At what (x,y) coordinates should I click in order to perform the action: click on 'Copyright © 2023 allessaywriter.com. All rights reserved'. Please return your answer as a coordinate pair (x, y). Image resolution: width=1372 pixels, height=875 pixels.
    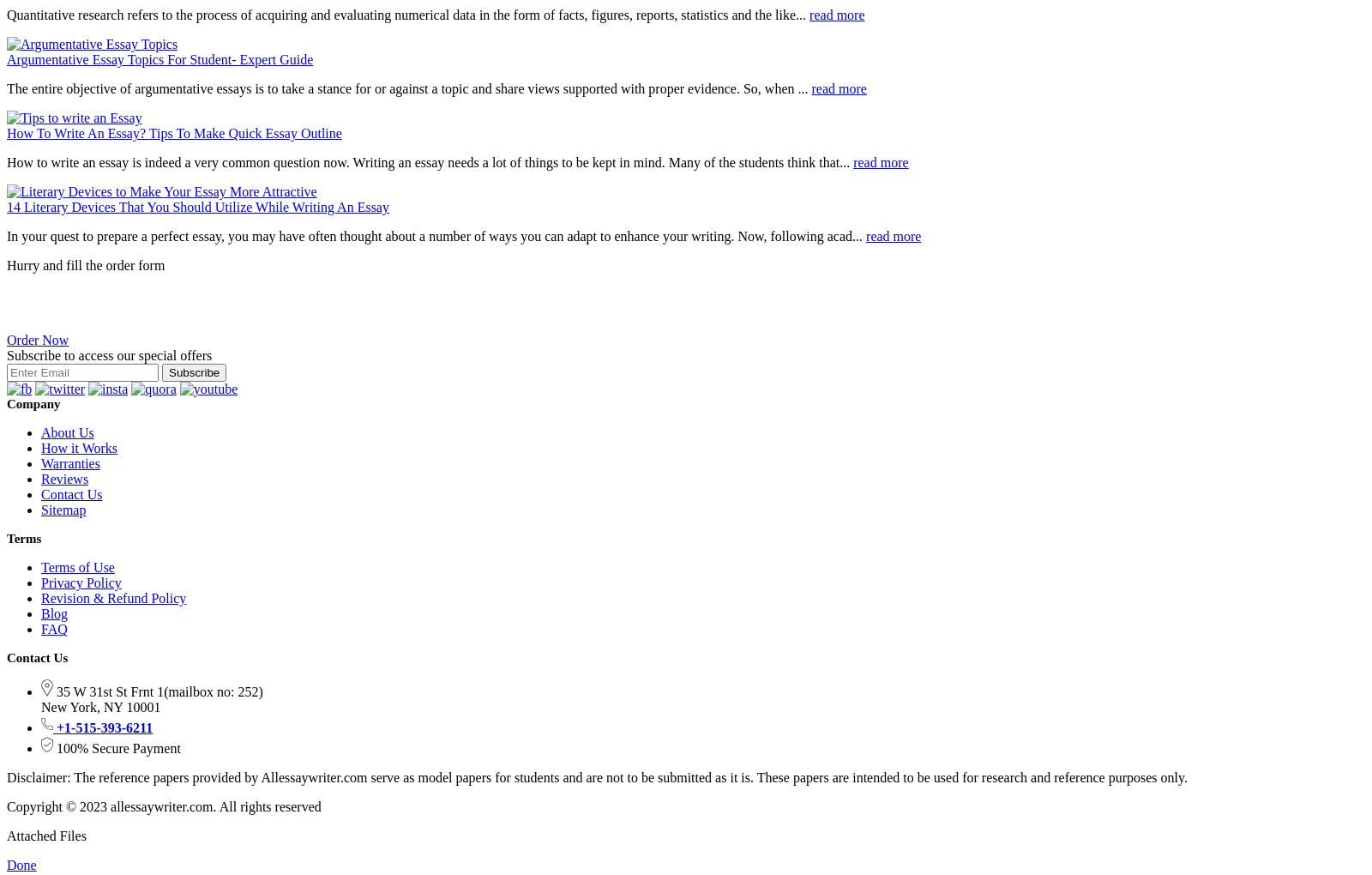
    Looking at the image, I should click on (163, 806).